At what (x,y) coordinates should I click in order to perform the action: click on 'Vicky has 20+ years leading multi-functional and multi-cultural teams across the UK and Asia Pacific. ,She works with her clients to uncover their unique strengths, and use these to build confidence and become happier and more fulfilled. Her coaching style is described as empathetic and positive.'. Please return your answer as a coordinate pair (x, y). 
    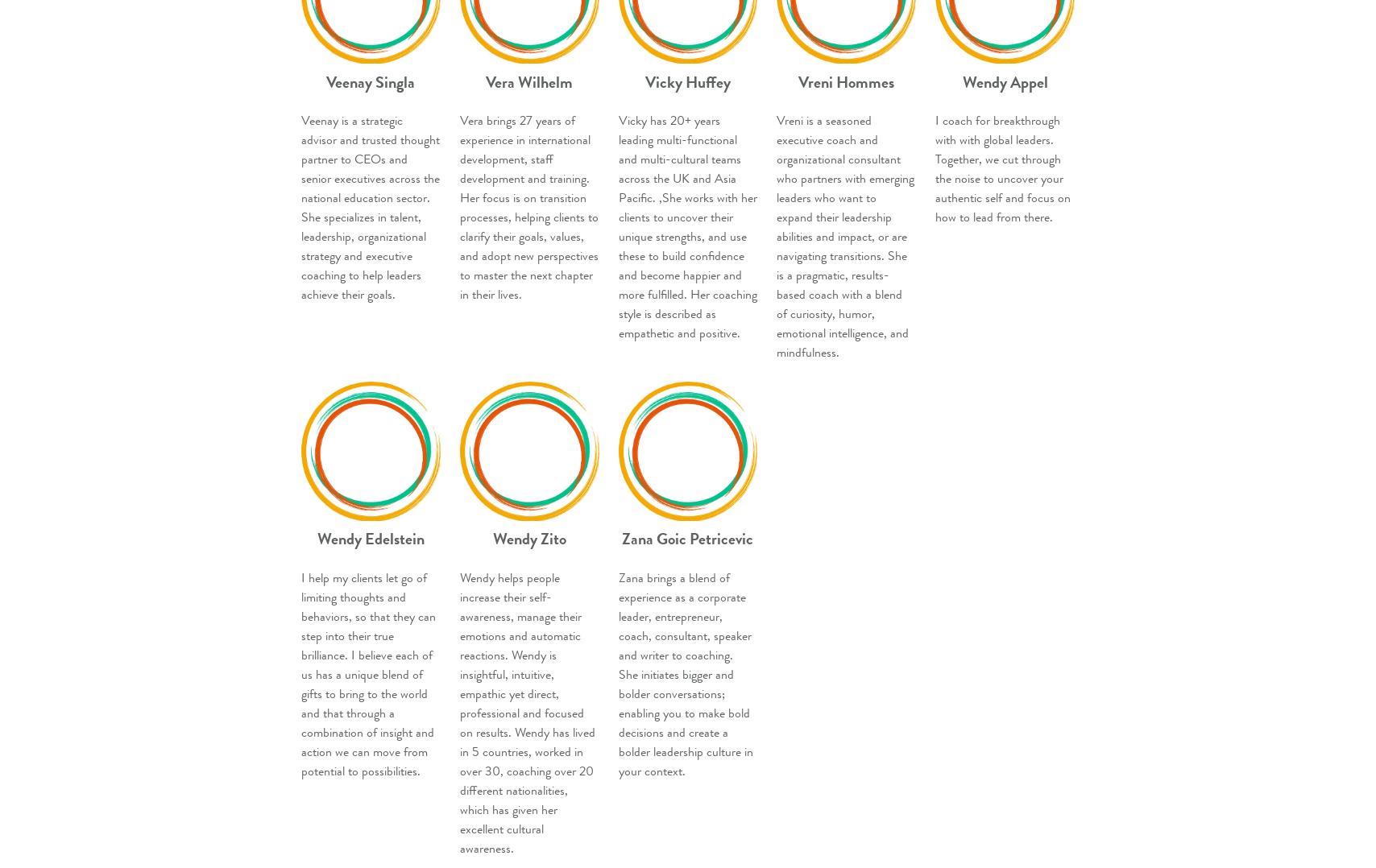
    Looking at the image, I should click on (618, 227).